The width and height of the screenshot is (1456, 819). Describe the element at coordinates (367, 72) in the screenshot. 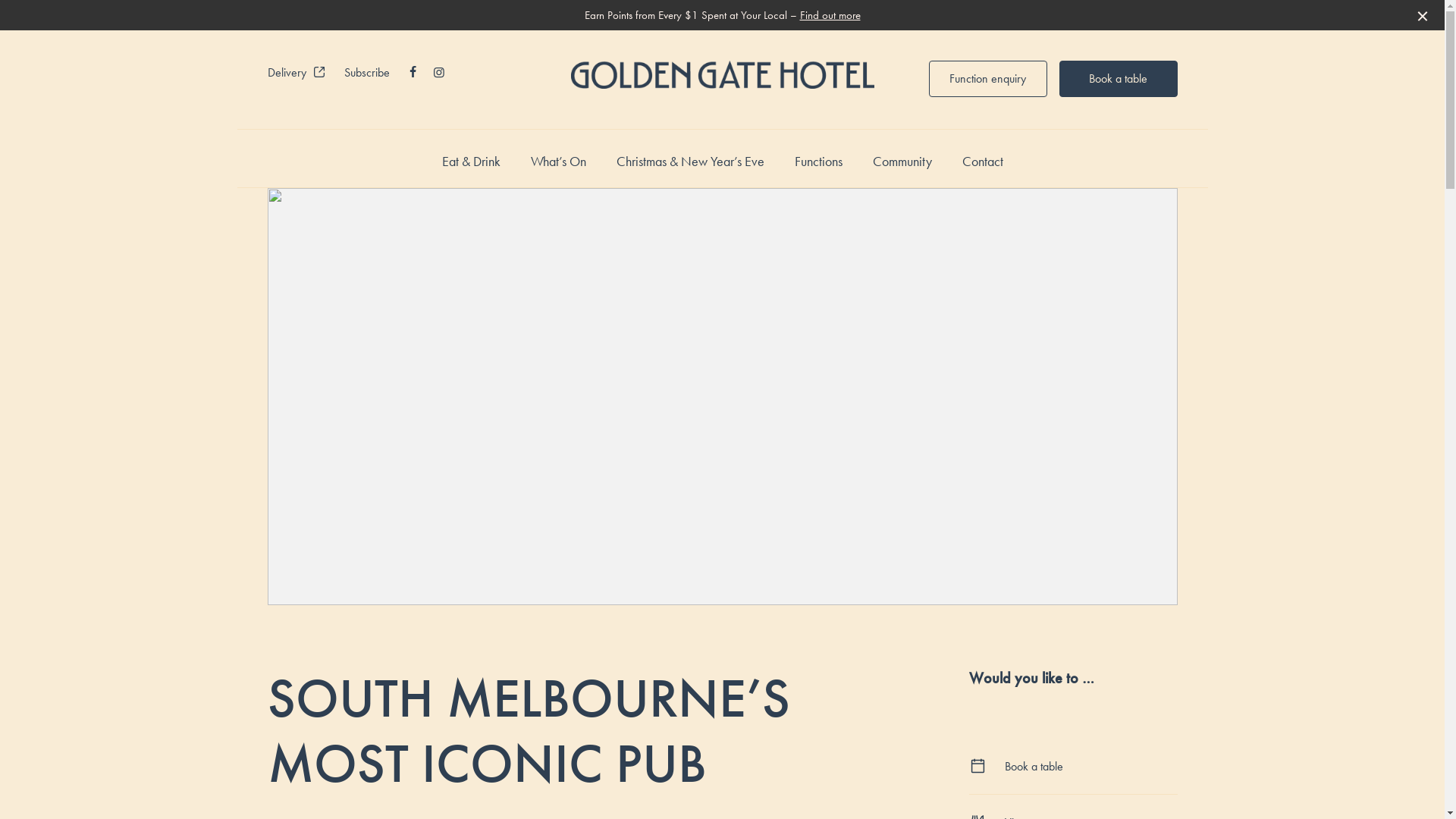

I see `'Subscribe'` at that location.